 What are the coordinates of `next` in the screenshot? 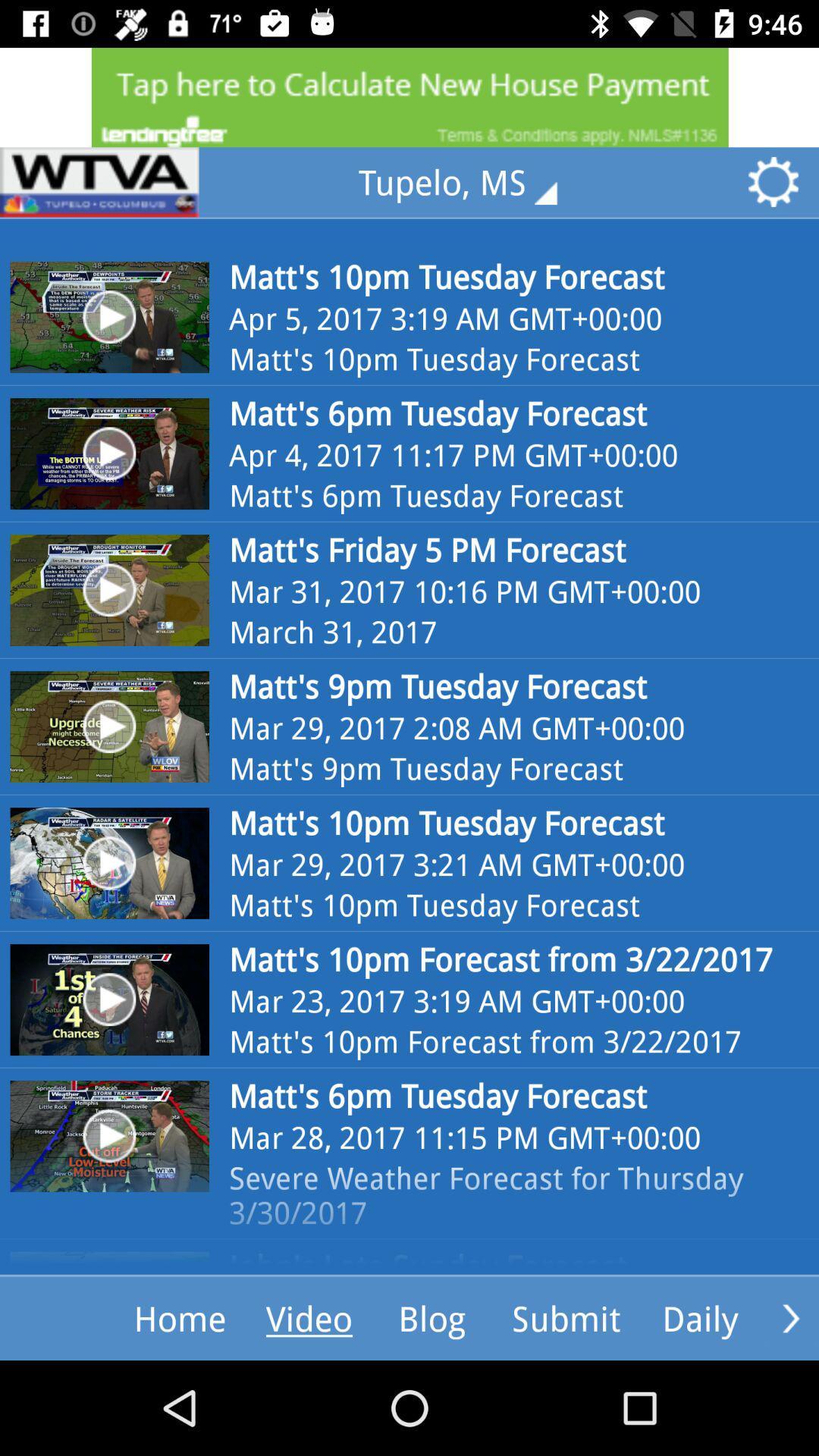 It's located at (790, 1317).